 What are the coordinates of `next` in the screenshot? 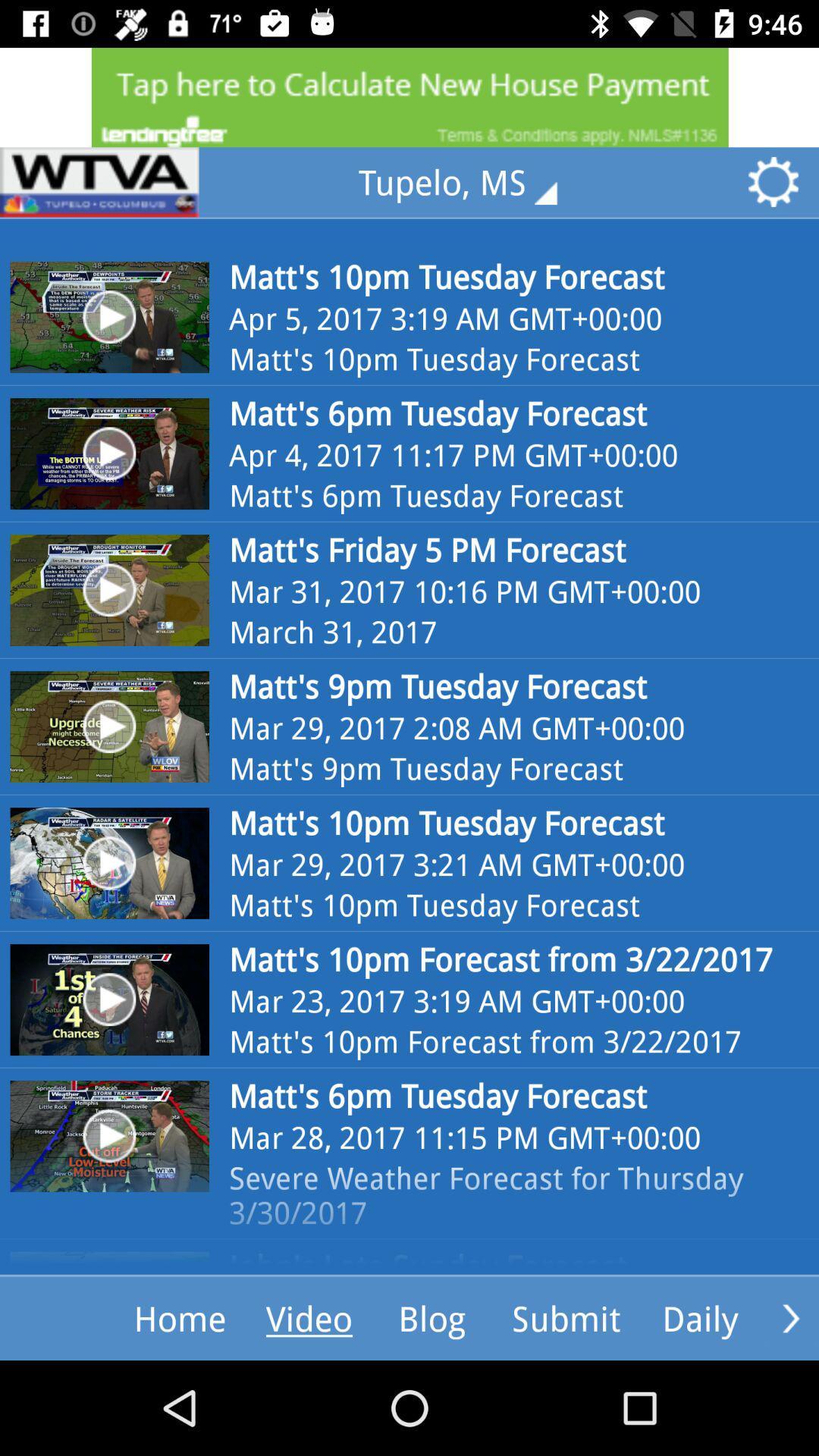 It's located at (790, 1317).